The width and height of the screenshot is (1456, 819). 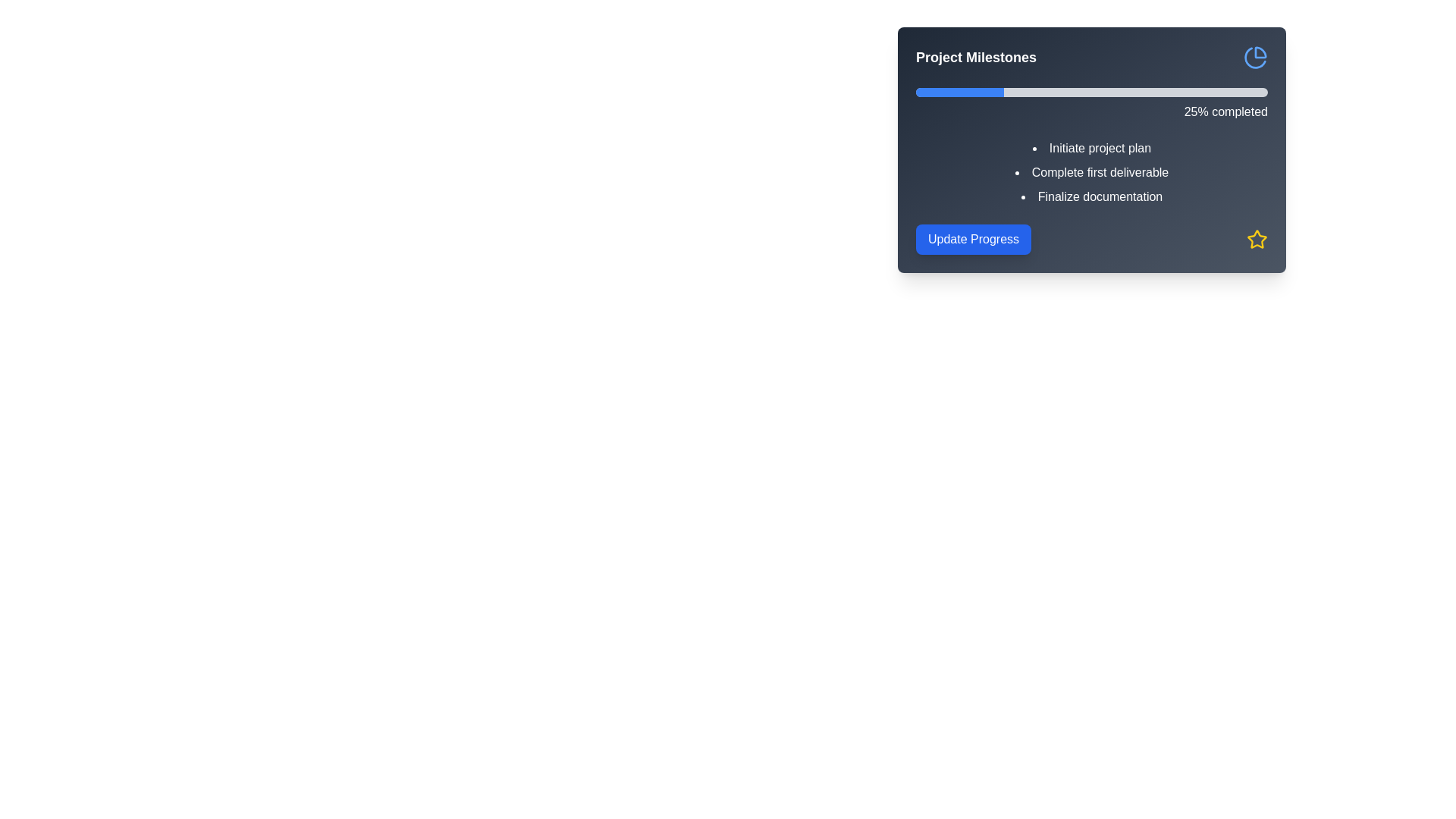 What do you see at coordinates (1092, 104) in the screenshot?
I see `text '25% completed' displayed next to the horizontal progress bar indicating the current progress of the project milestones` at bounding box center [1092, 104].